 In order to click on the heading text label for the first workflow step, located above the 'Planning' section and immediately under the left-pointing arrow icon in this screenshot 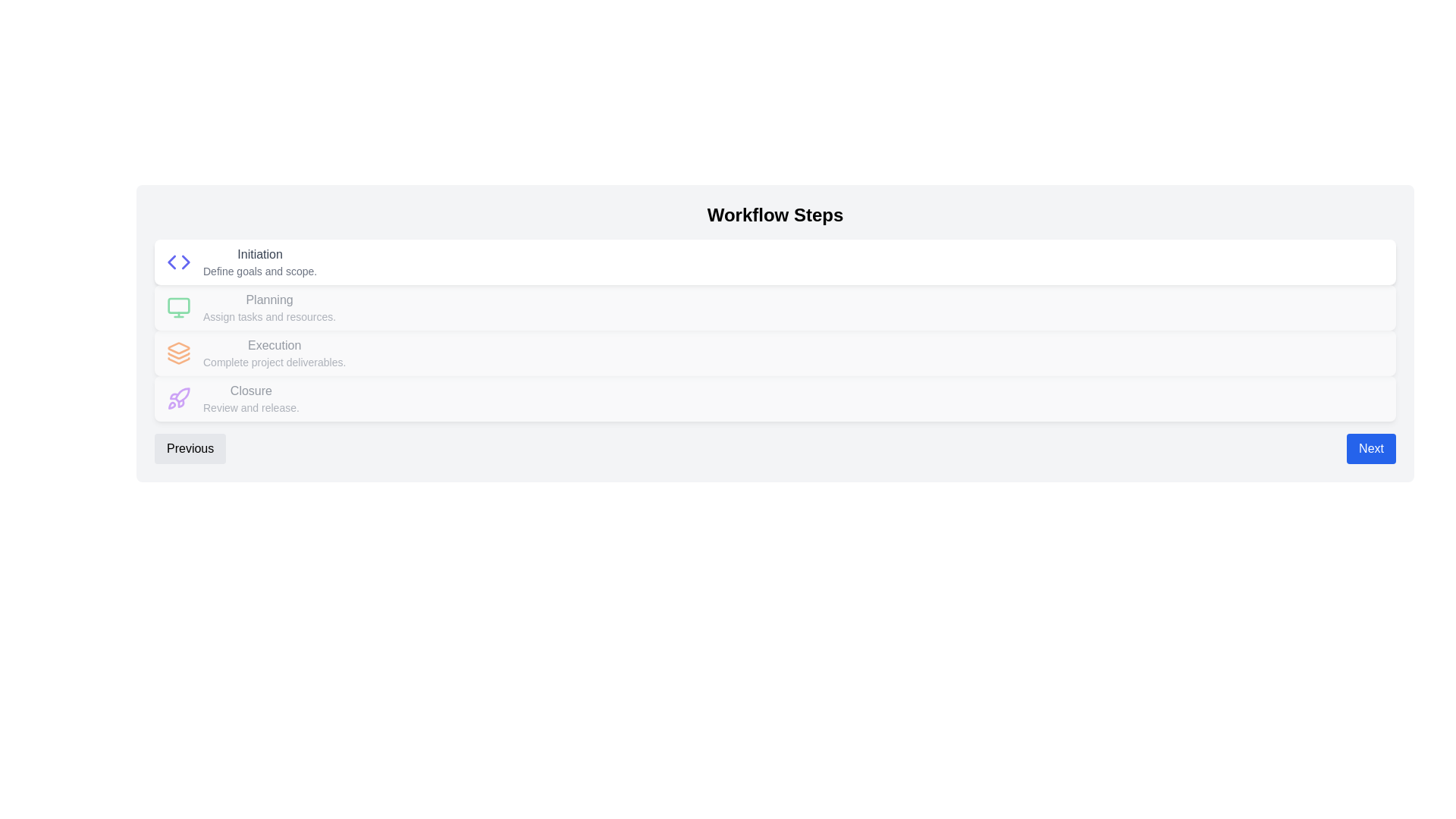, I will do `click(260, 253)`.